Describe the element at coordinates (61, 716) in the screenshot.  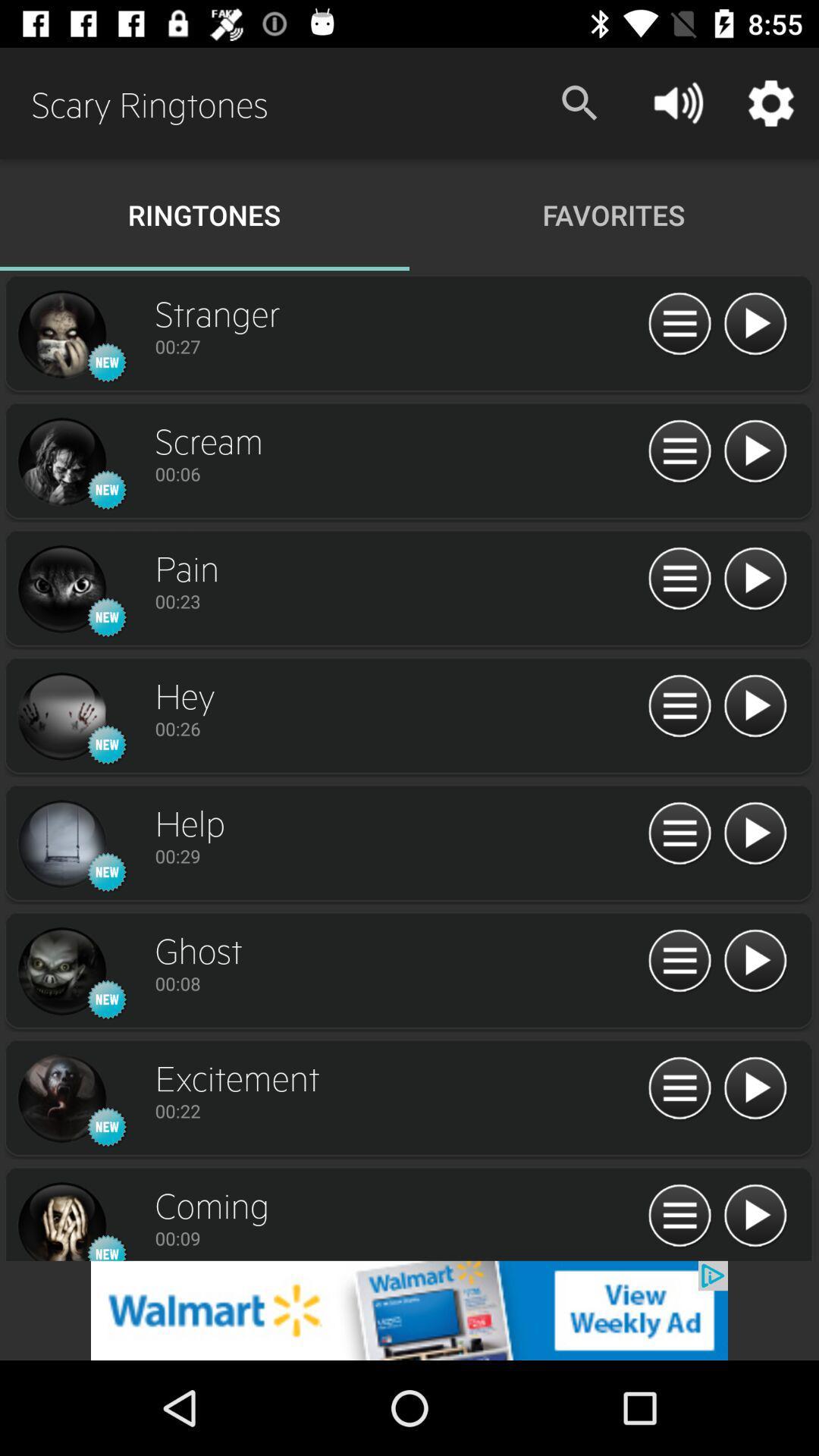
I see `click image` at that location.